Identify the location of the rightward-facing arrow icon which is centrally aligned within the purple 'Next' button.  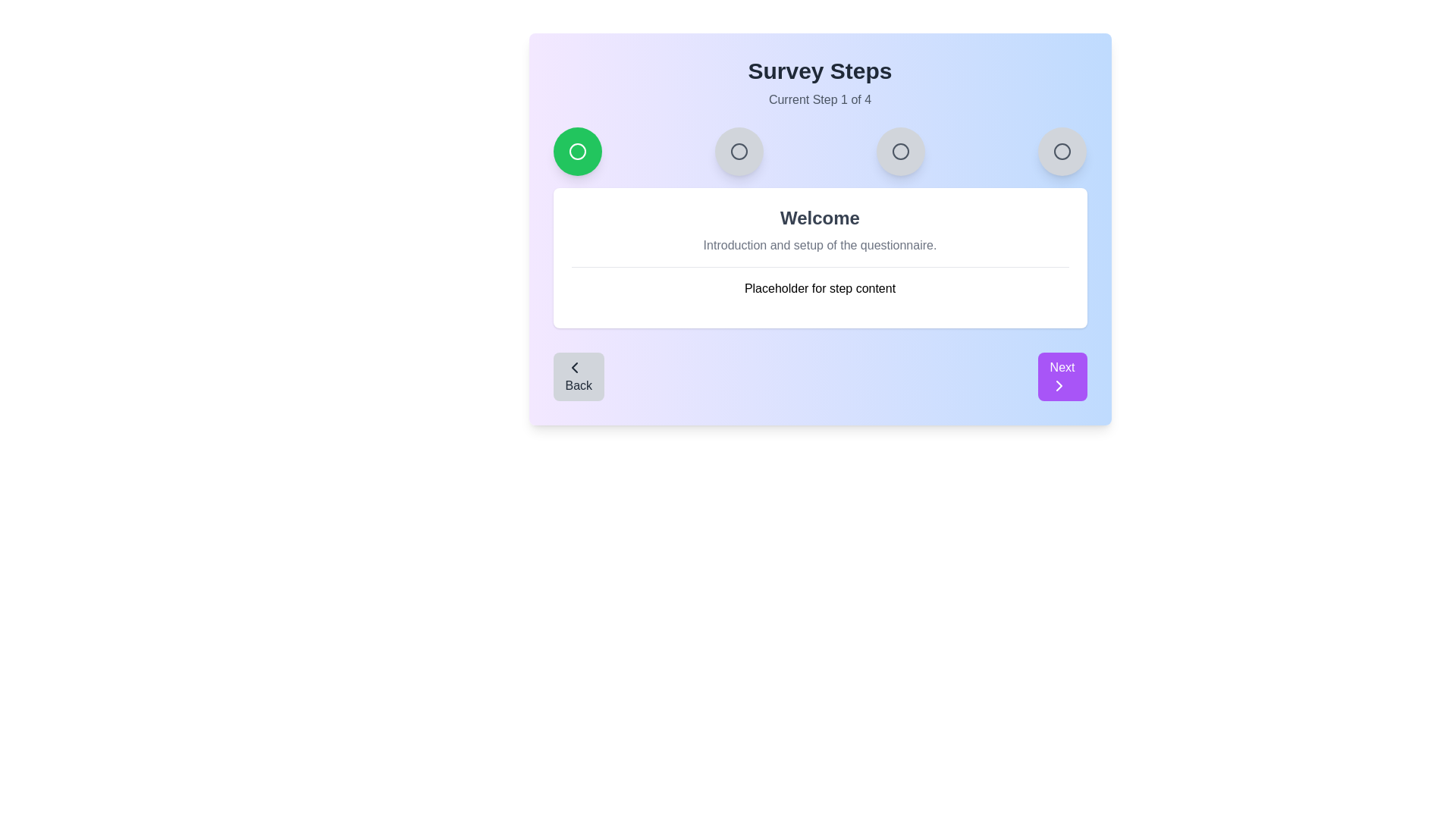
(1058, 385).